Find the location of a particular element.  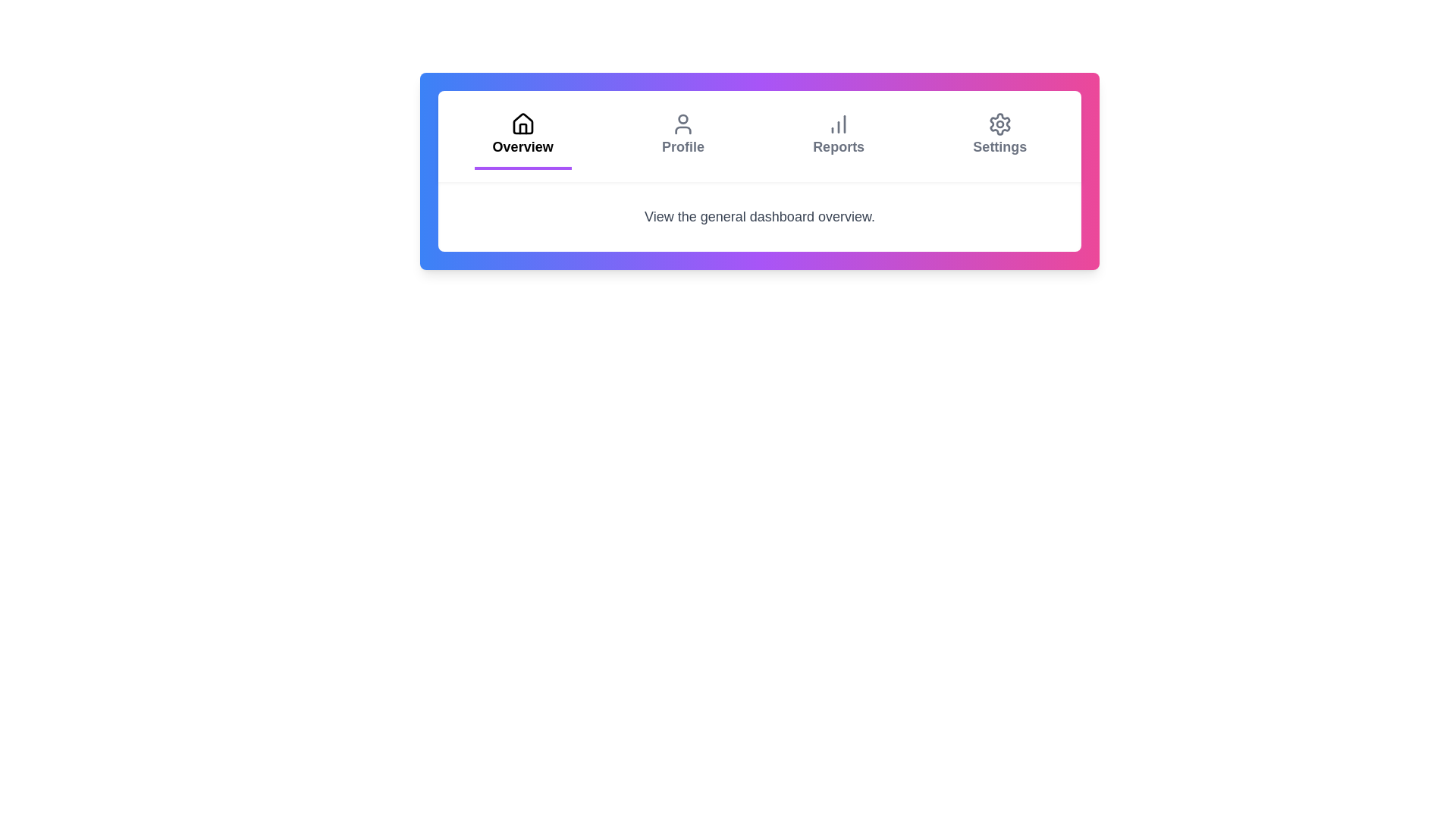

the first navigation tab button is located at coordinates (522, 136).